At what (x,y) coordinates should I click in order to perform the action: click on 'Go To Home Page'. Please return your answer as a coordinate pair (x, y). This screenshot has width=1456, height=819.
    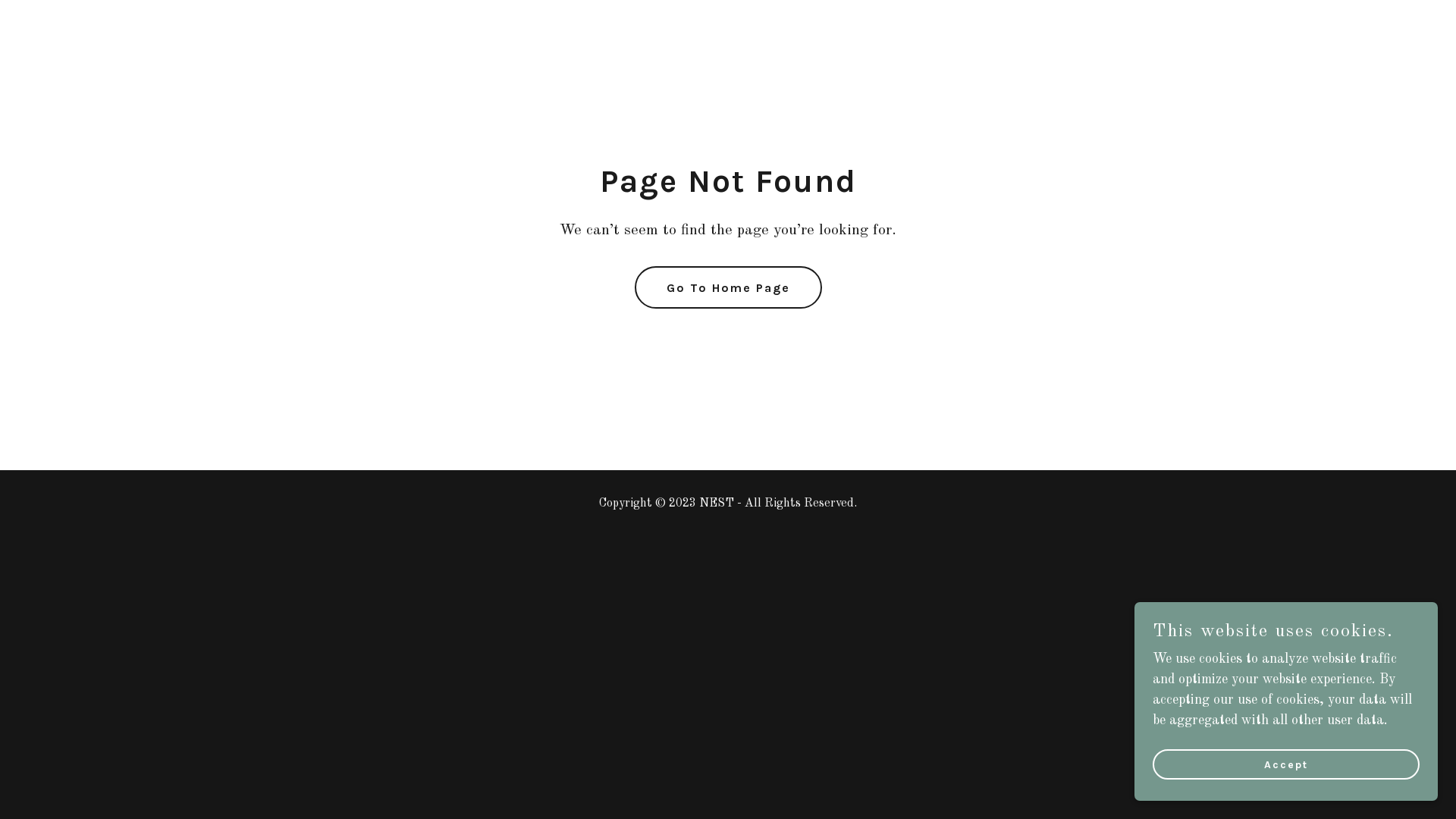
    Looking at the image, I should click on (726, 287).